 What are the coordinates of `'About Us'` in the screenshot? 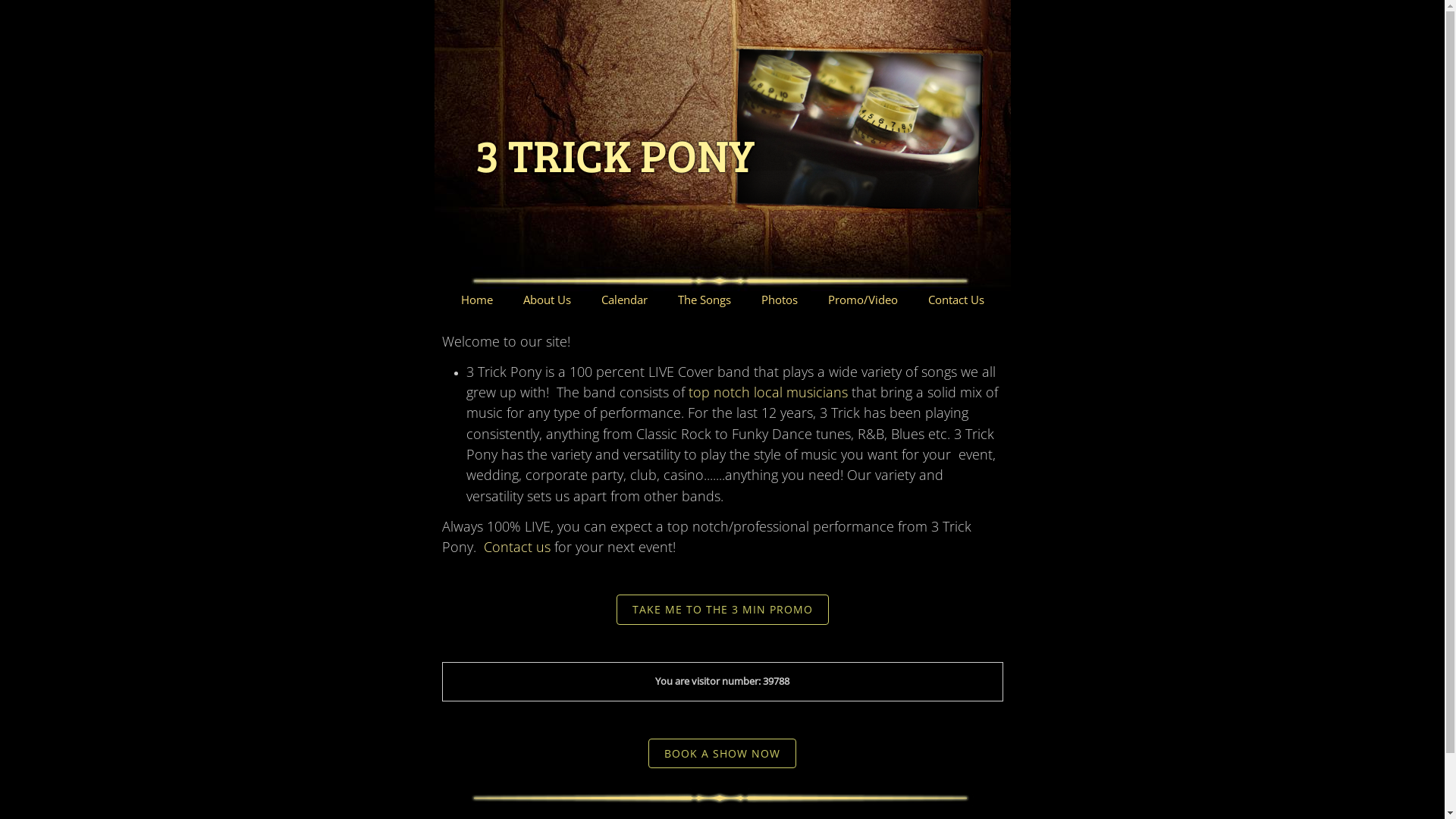 It's located at (546, 300).